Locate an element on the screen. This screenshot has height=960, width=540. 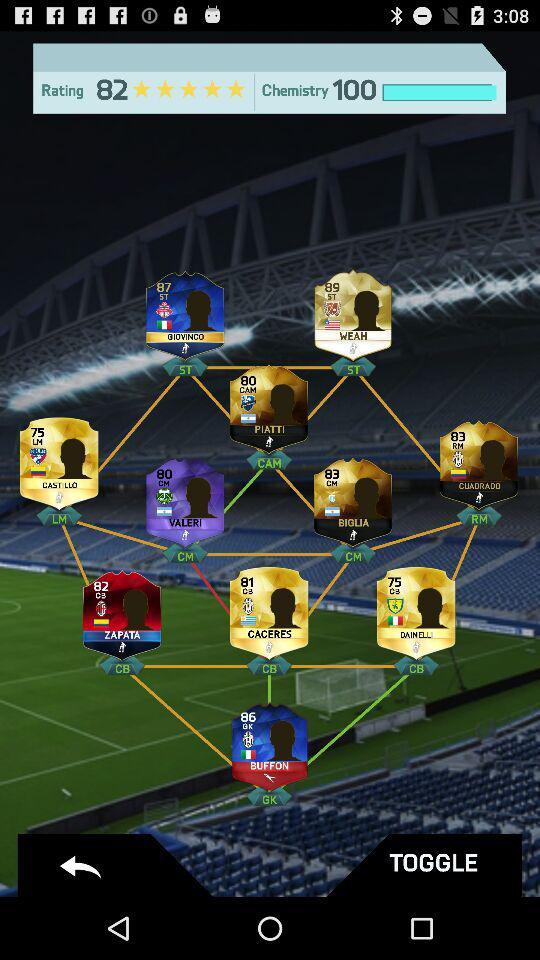
platti player is located at coordinates (269, 403).